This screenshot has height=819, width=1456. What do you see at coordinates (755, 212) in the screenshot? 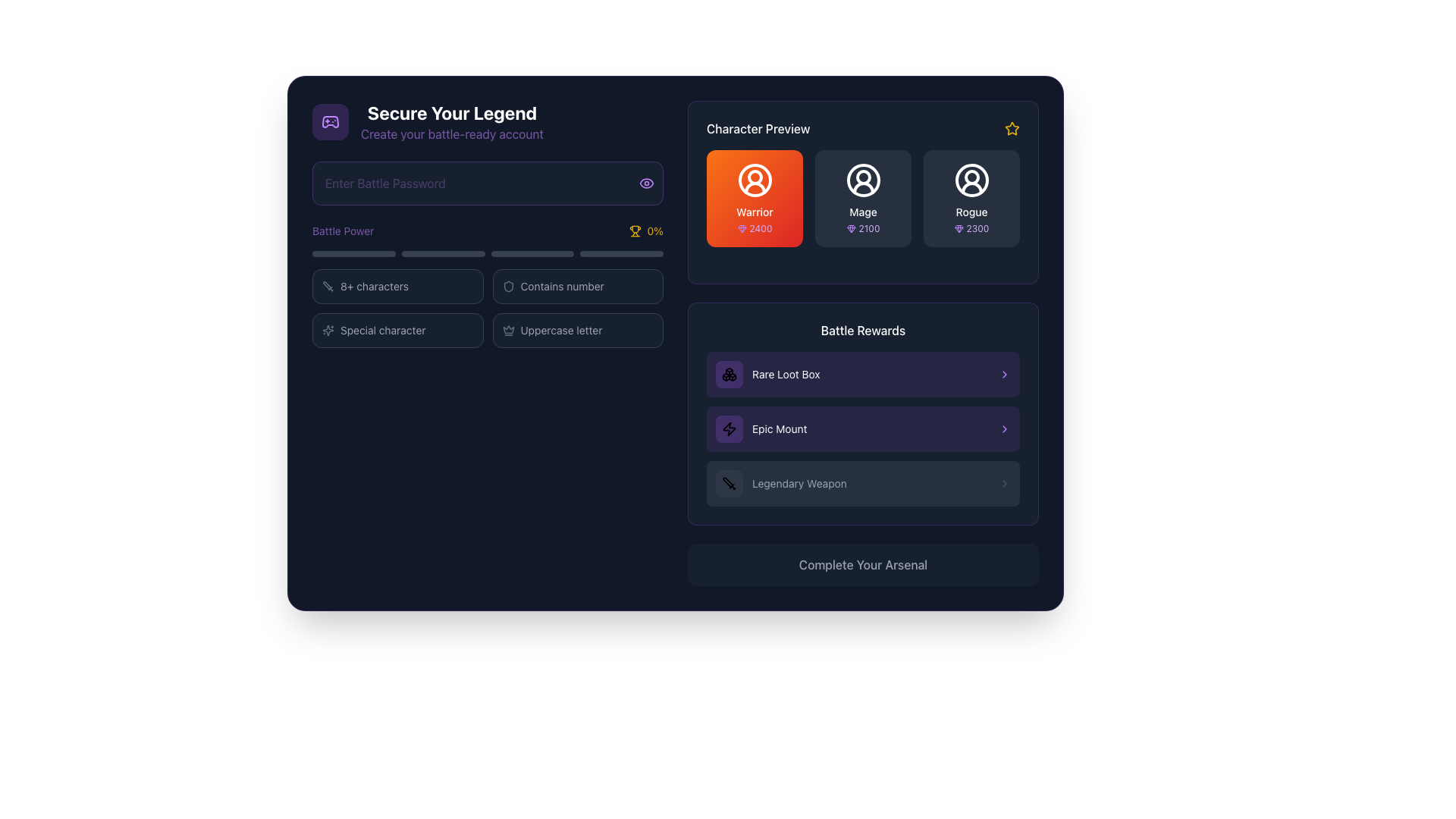
I see `information displayed on the 'Character Name' text label located in the 'Character Preview' section, which is positioned below the user avatar icon and above the value '2400'` at bounding box center [755, 212].